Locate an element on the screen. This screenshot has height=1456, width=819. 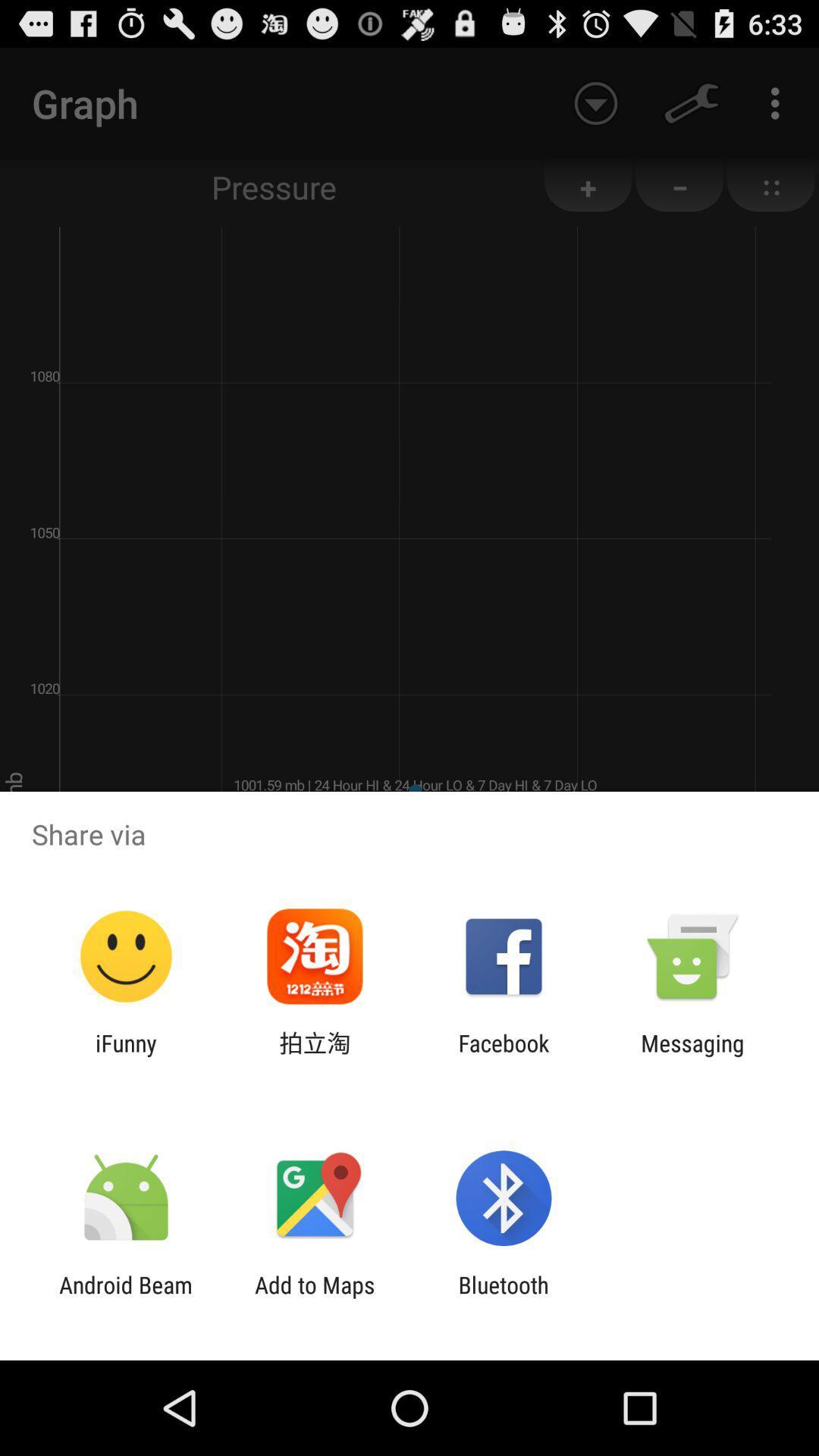
icon to the left of bluetooth is located at coordinates (314, 1298).